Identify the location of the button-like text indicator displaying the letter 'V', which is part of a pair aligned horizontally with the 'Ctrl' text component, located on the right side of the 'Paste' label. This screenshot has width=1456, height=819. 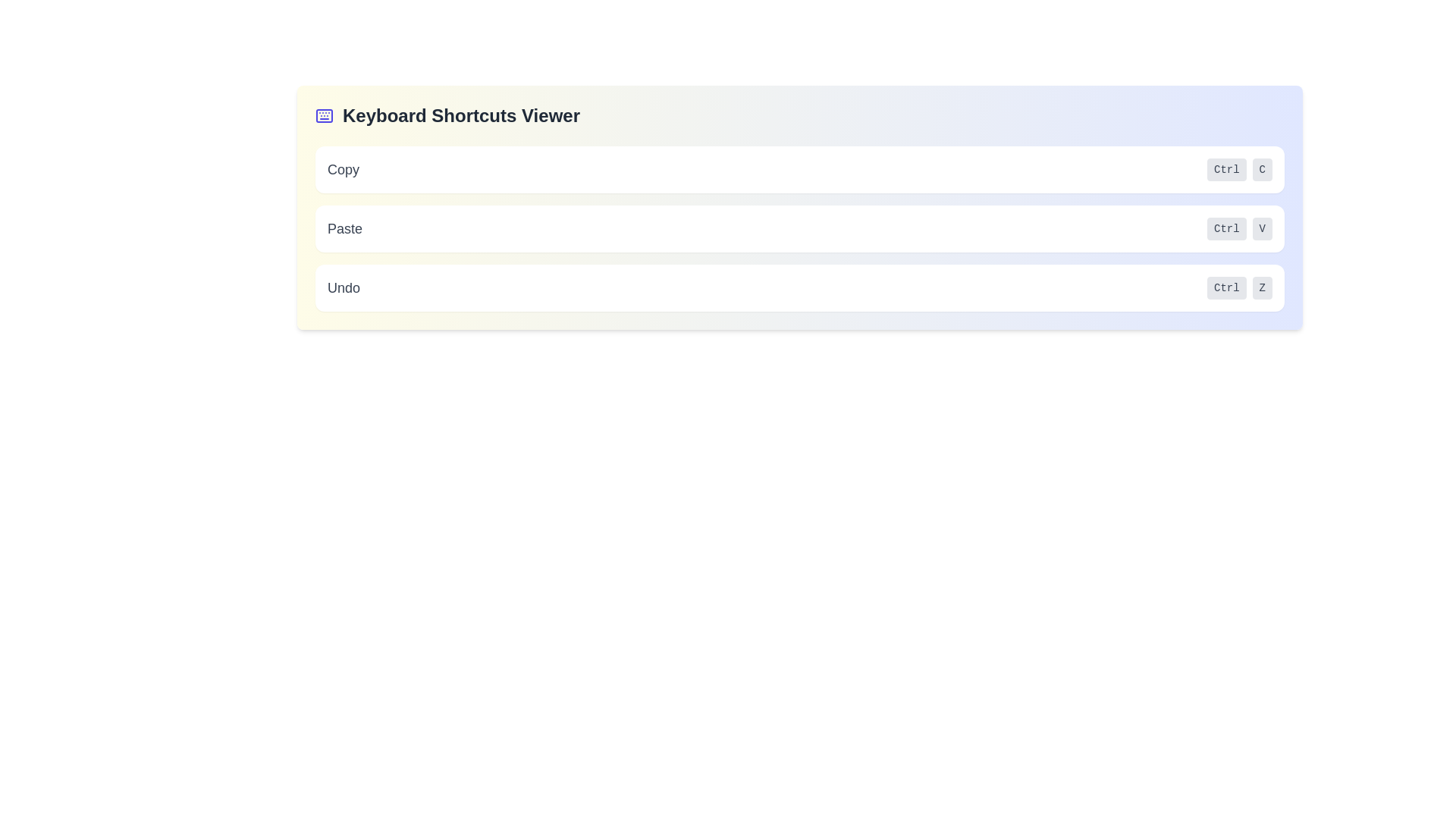
(1262, 228).